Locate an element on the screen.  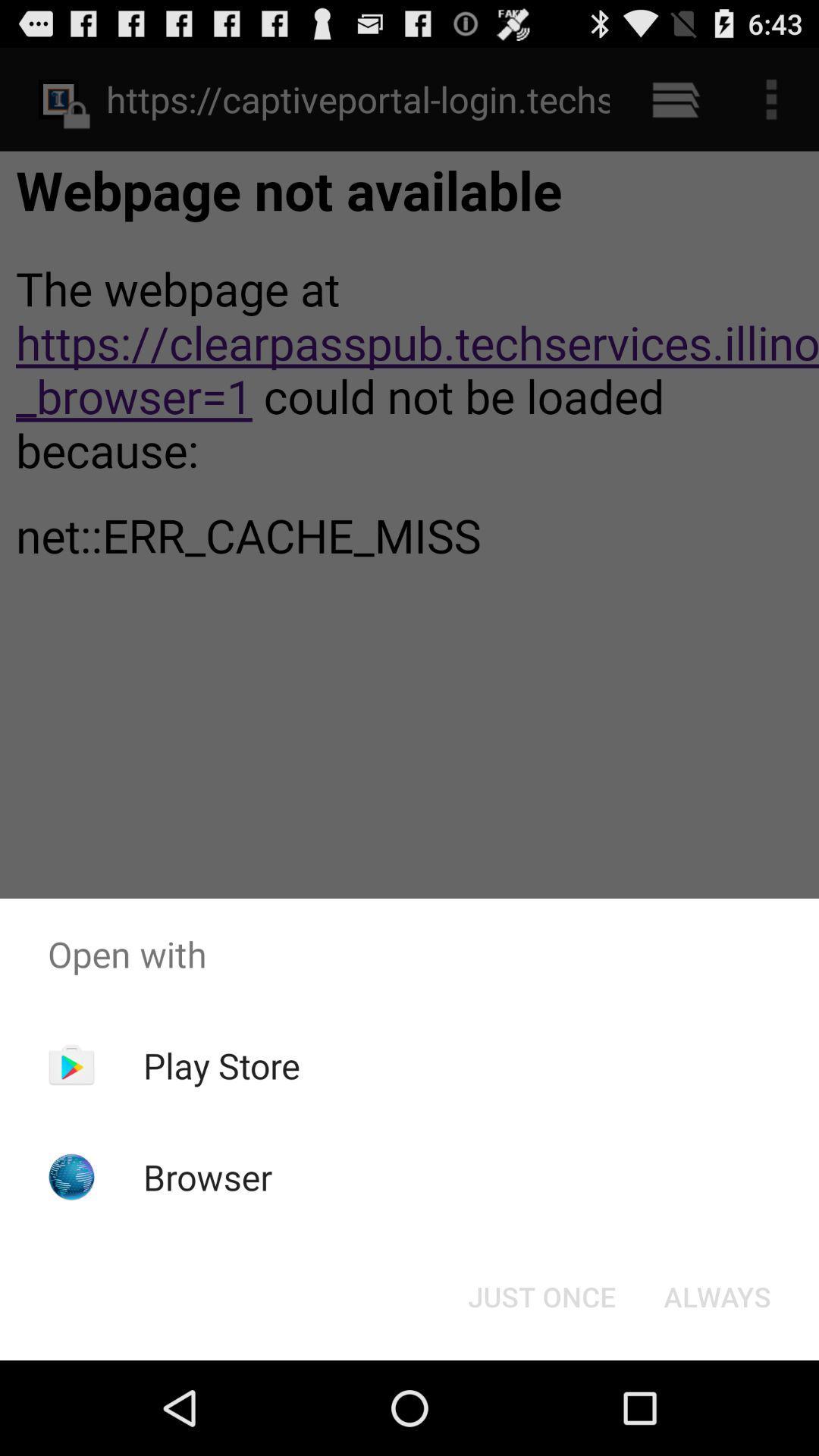
the icon next to just once item is located at coordinates (717, 1295).